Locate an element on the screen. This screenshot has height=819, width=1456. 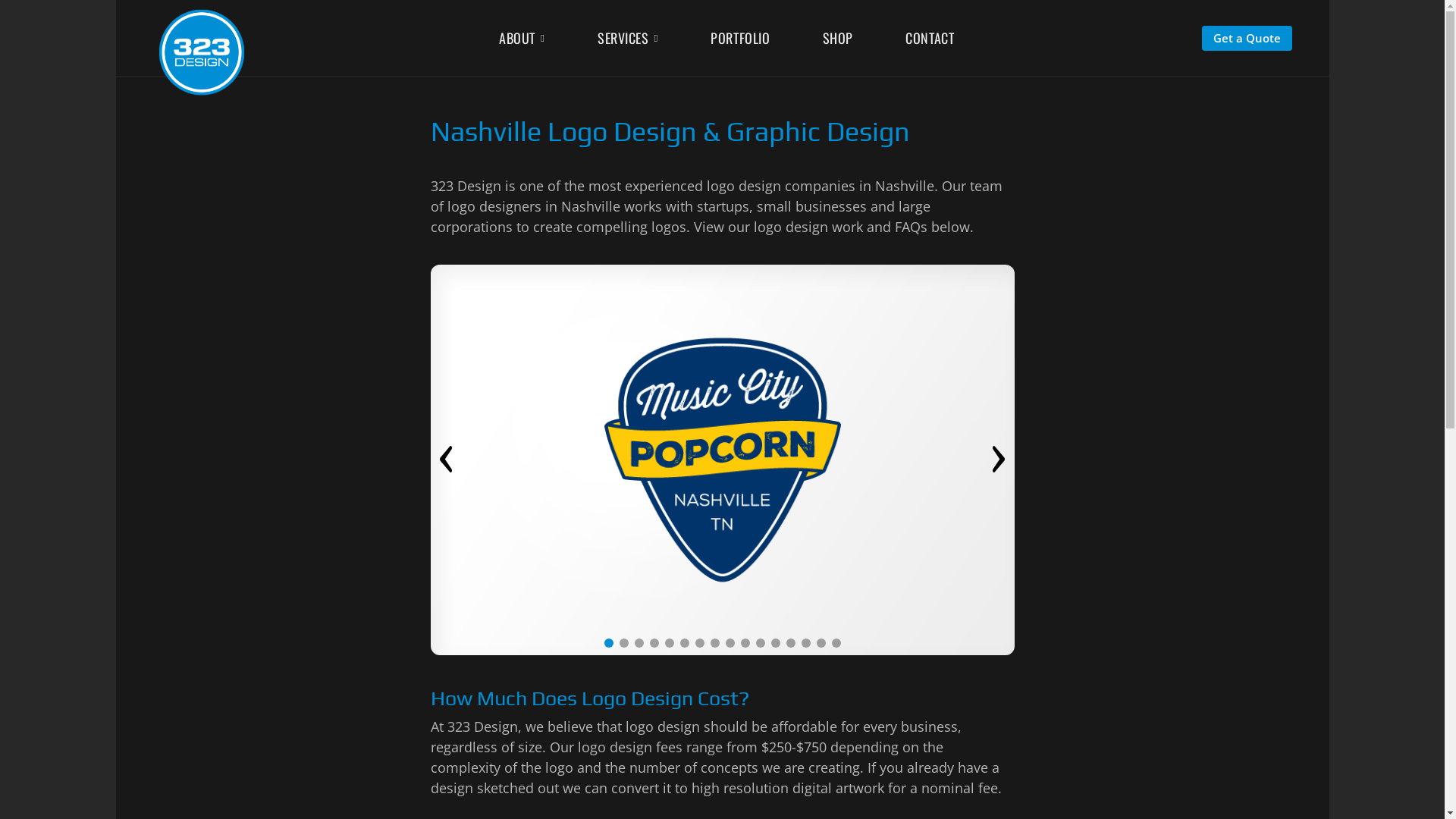
'15' is located at coordinates (819, 643).